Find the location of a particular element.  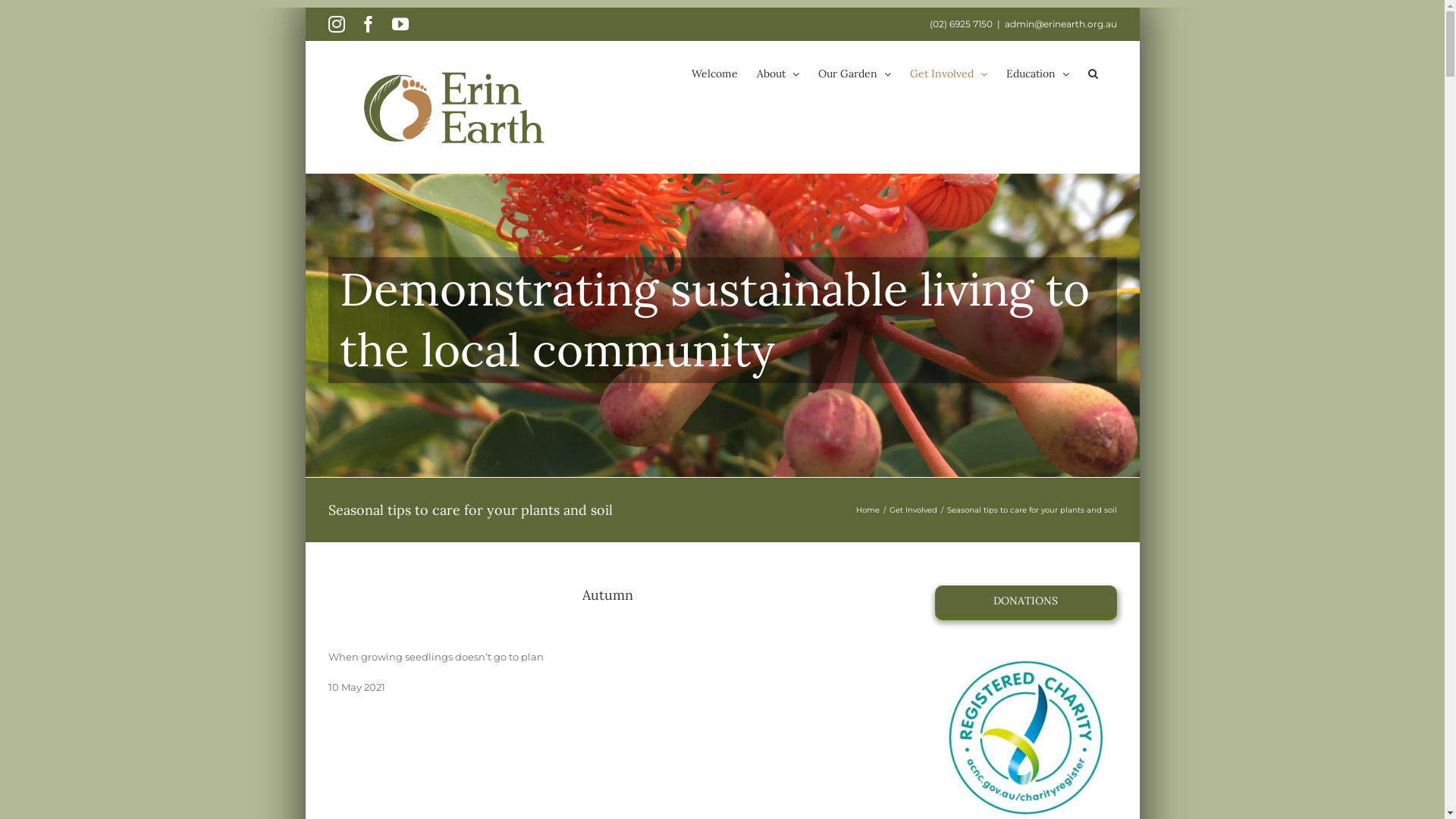

'YouTube' is located at coordinates (400, 24).